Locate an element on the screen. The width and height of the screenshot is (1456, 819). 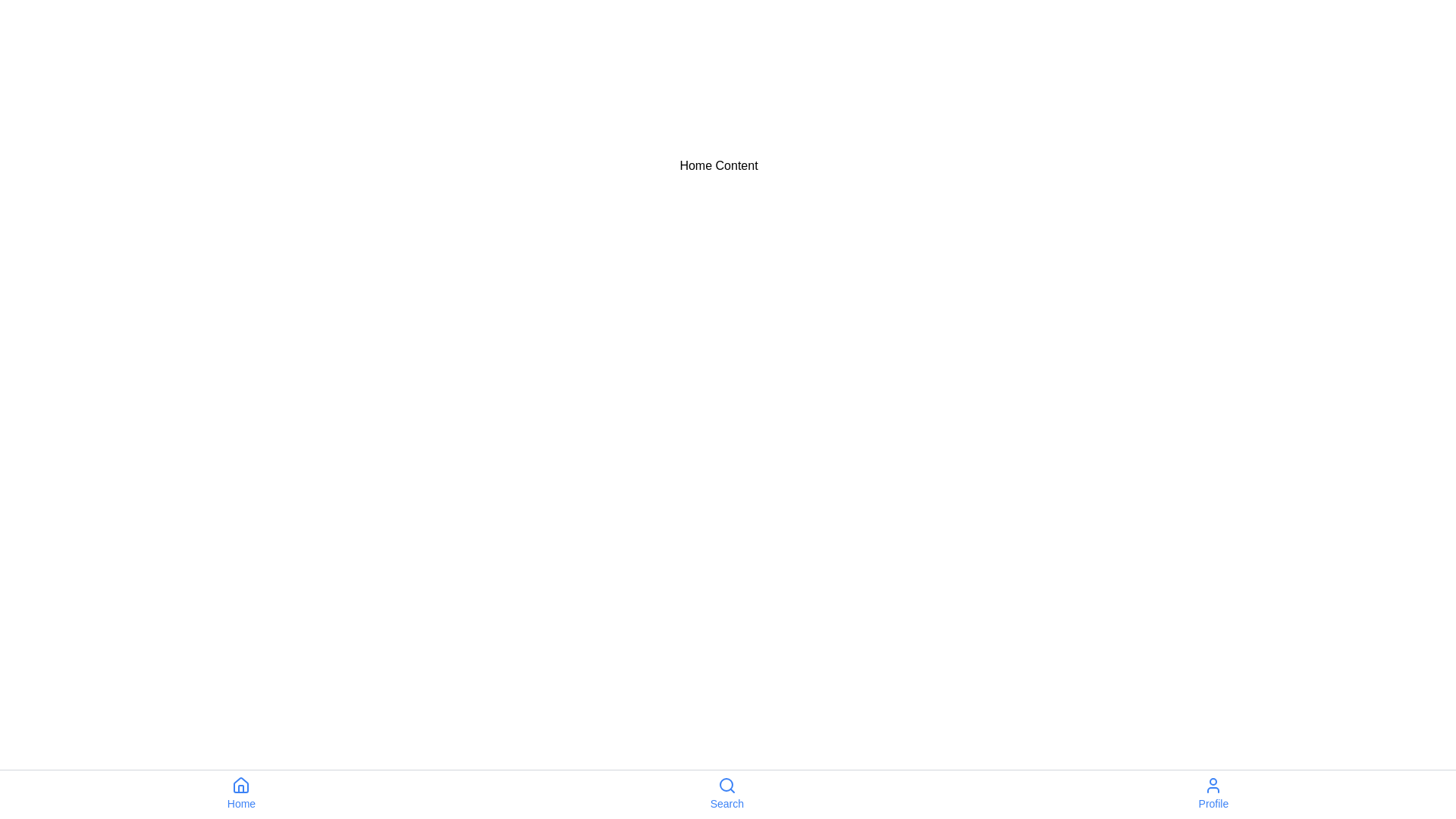
the 'Search' text label located centrally within the bottom navigation bar, directly beneath the magnifying glass icon, to interact with the search functionality is located at coordinates (726, 803).